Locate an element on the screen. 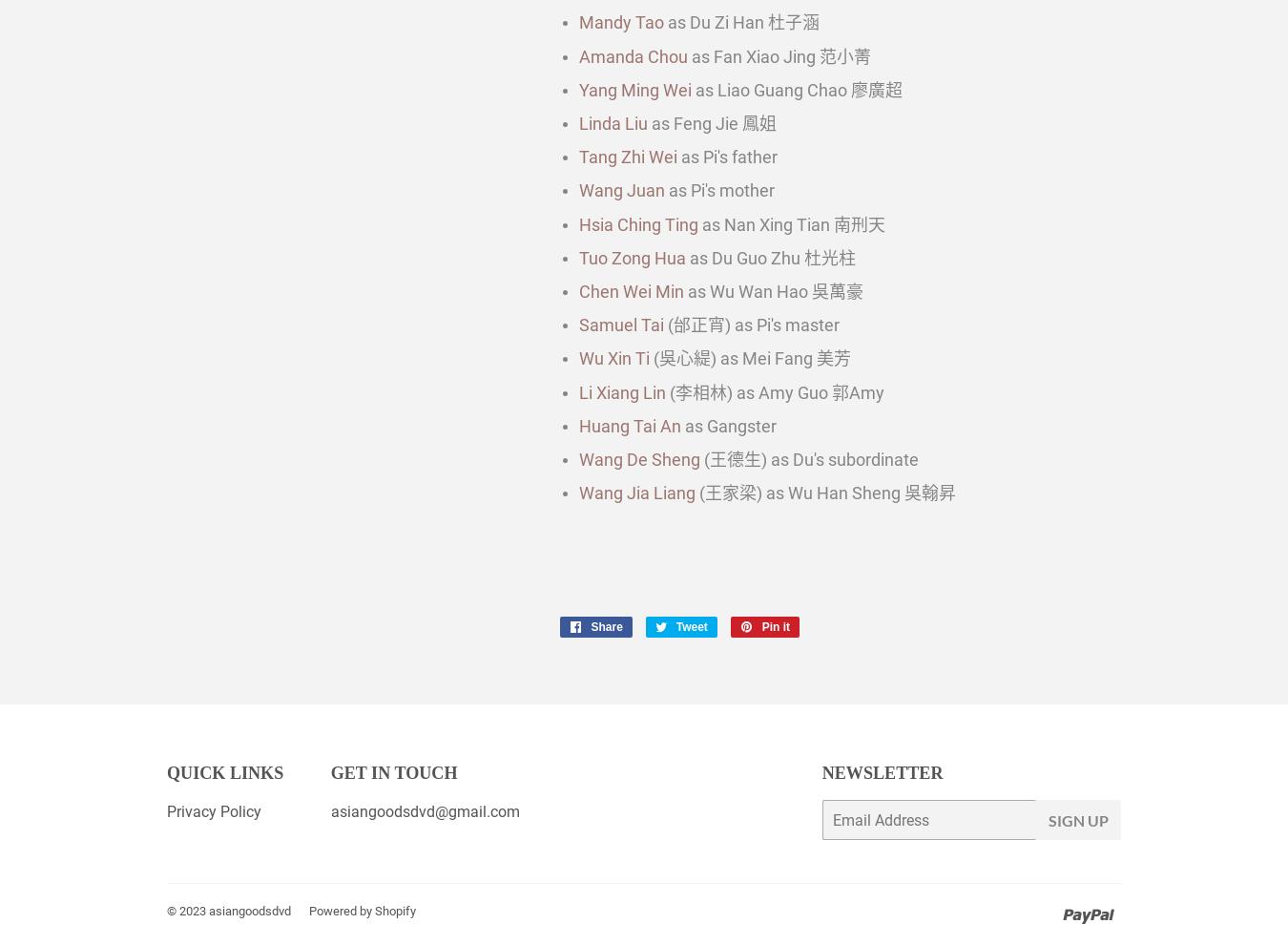 The image size is (1288, 945). 'Share' is located at coordinates (590, 626).